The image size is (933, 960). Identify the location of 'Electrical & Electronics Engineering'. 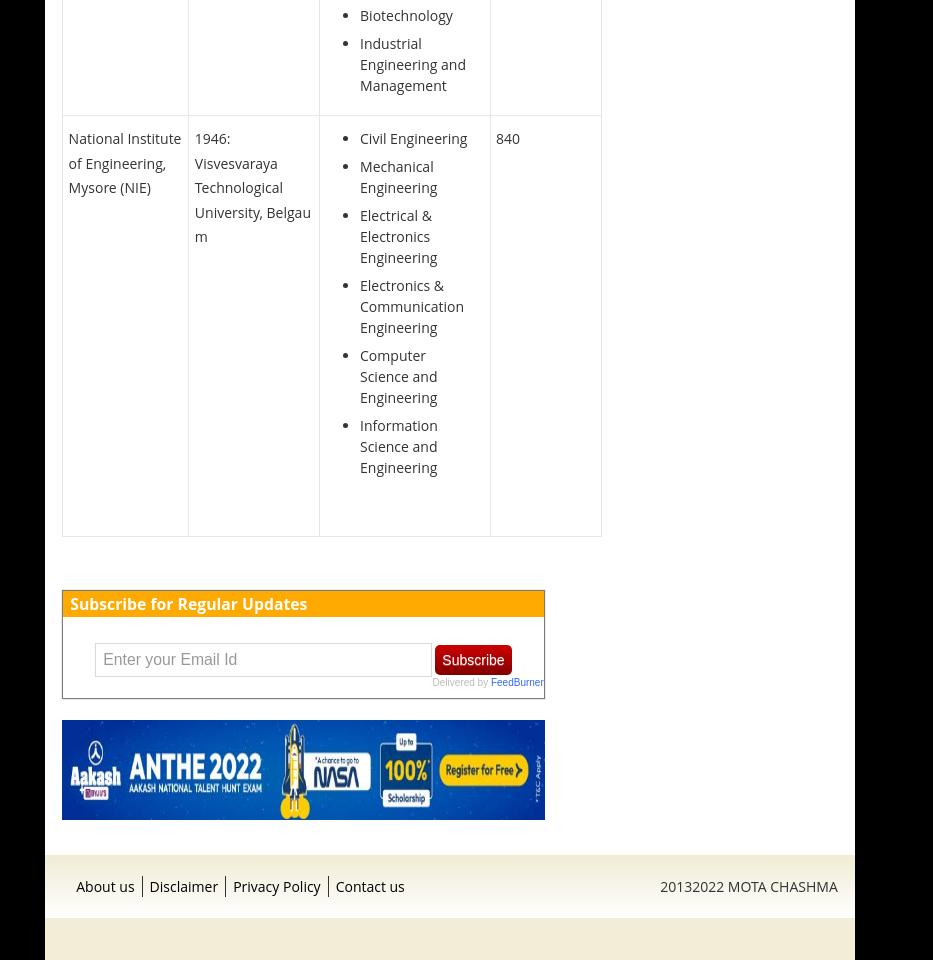
(398, 236).